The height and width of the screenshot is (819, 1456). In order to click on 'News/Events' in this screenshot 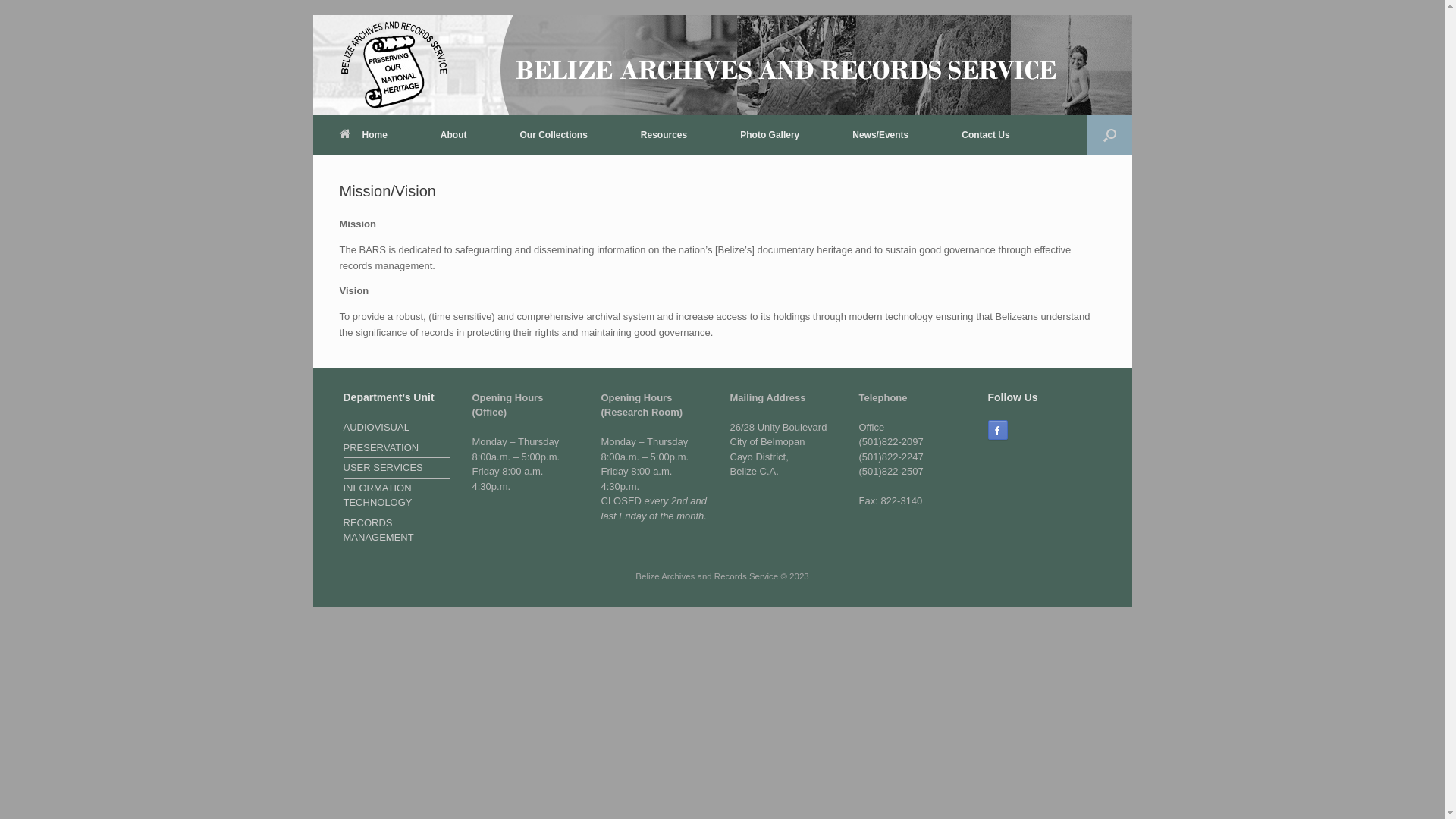, I will do `click(880, 133)`.